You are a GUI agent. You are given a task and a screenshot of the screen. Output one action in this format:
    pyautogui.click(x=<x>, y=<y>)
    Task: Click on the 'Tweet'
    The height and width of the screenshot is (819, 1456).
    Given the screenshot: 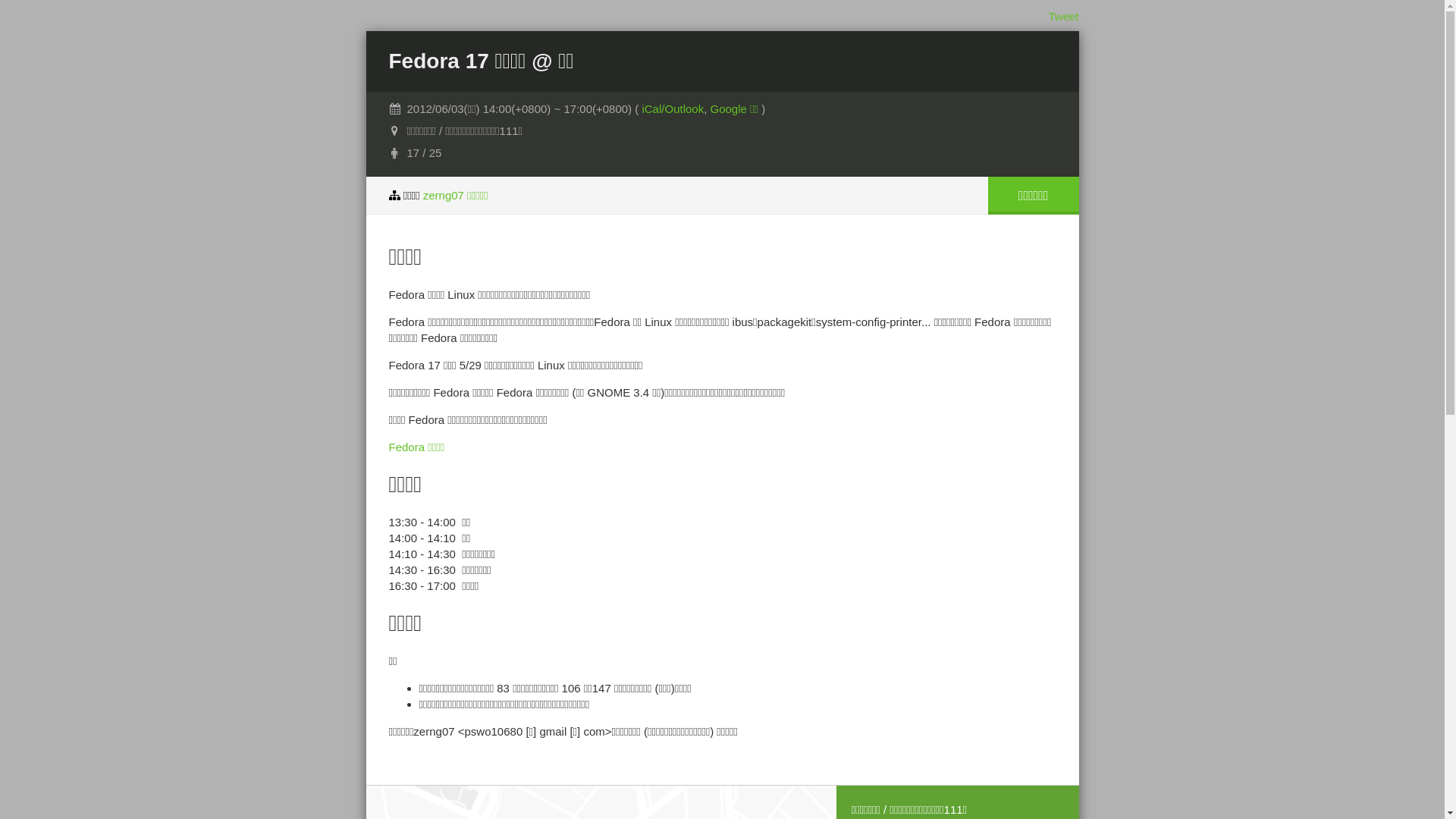 What is the action you would take?
    pyautogui.click(x=1062, y=16)
    